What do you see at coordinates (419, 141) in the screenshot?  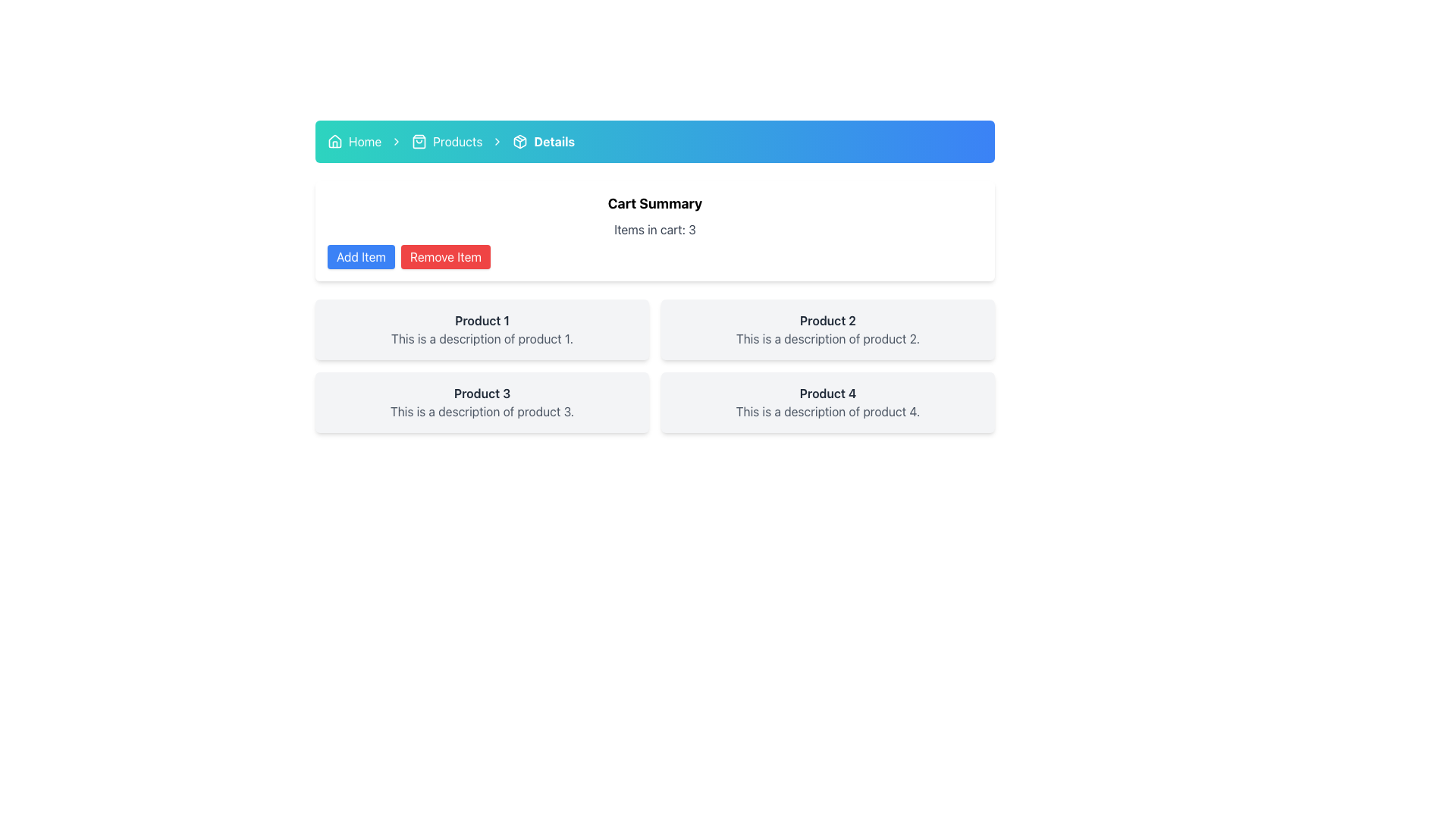 I see `the shopping bag icon in the breadcrumb navigation bar located at the top of the page, which is styled with a minimalistic design and positioned to the left of the 'Products' text` at bounding box center [419, 141].